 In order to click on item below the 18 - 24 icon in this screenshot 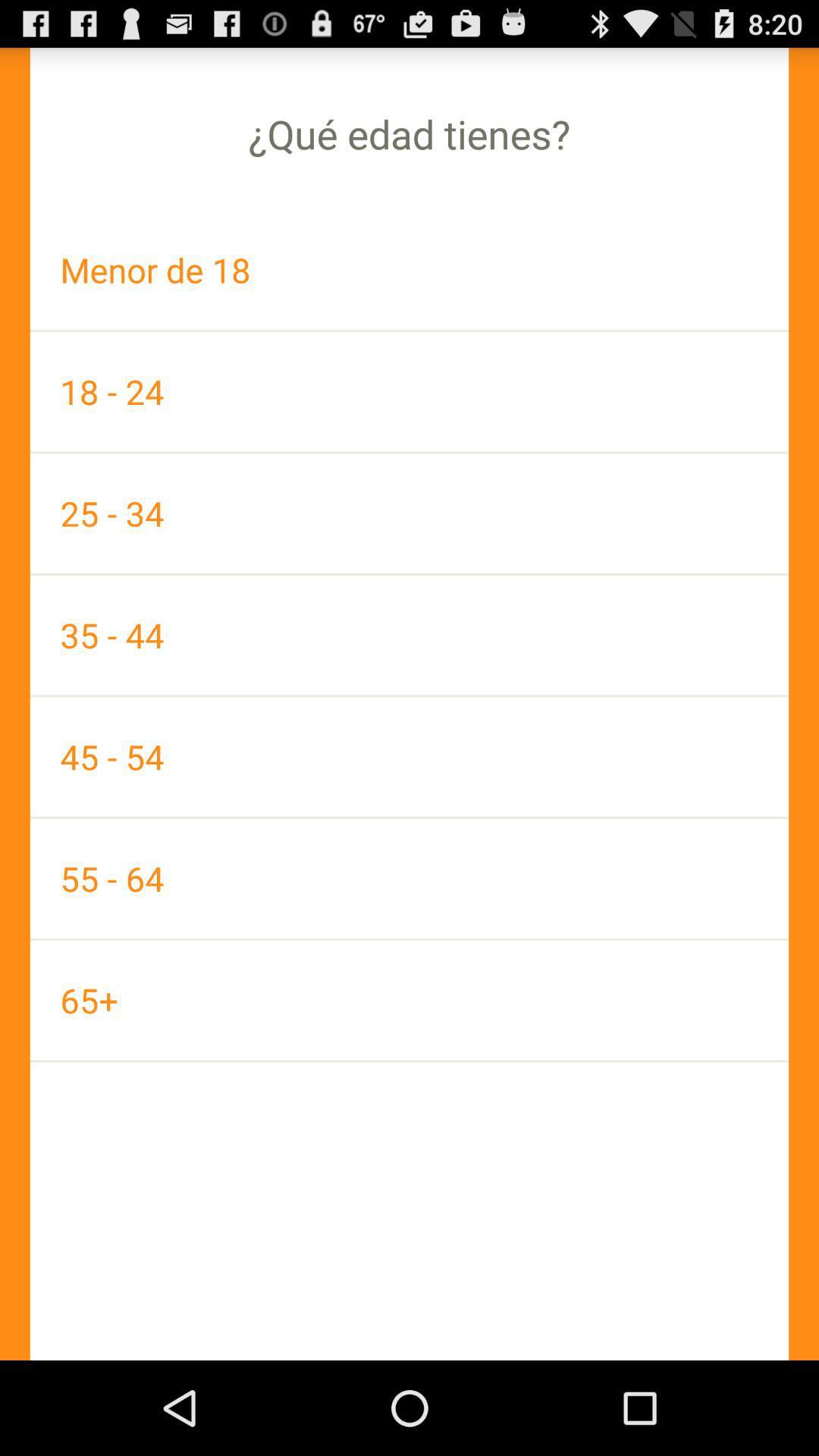, I will do `click(409, 513)`.